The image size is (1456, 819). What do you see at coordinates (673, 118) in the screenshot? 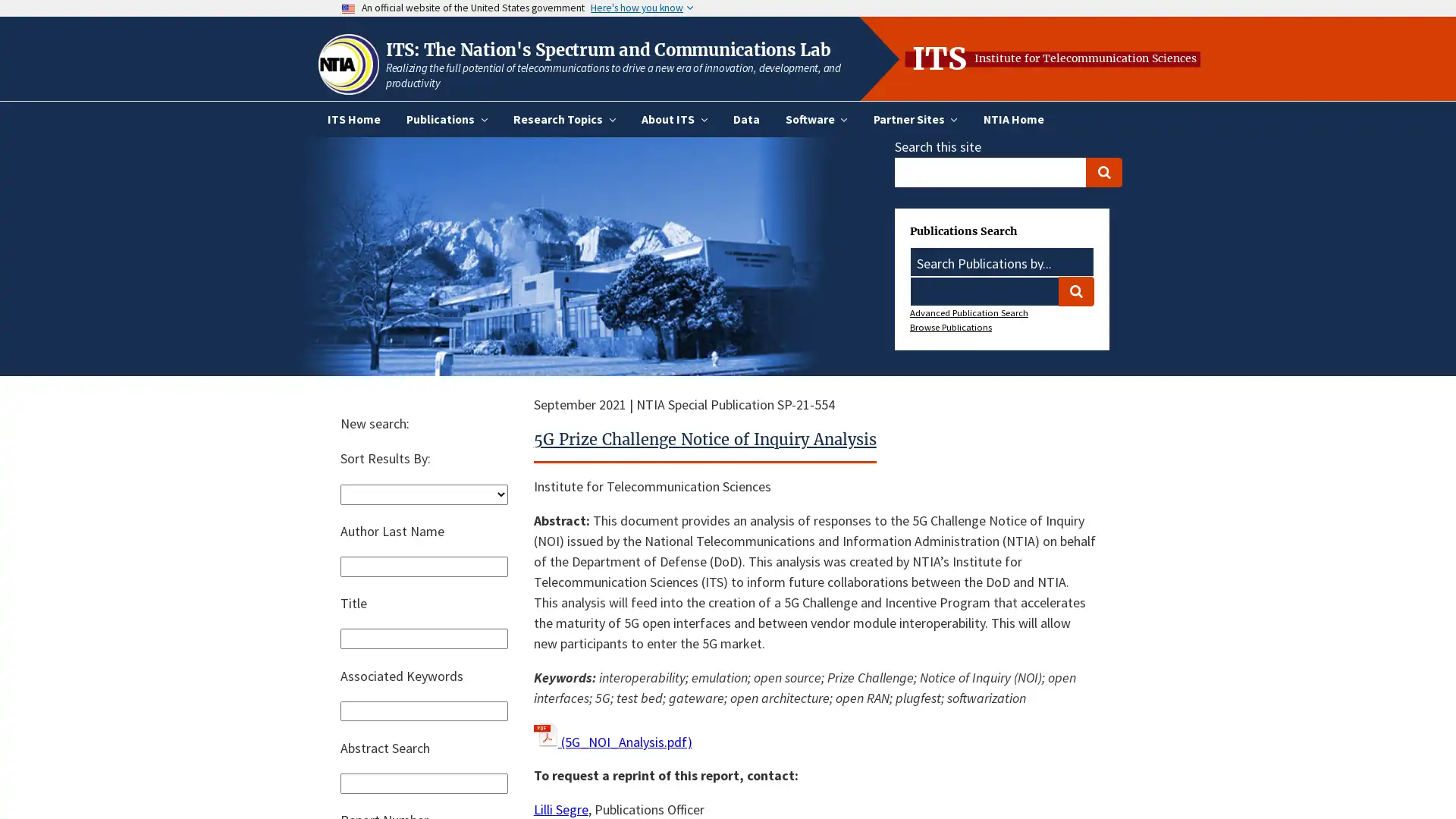
I see `About ITS` at bounding box center [673, 118].